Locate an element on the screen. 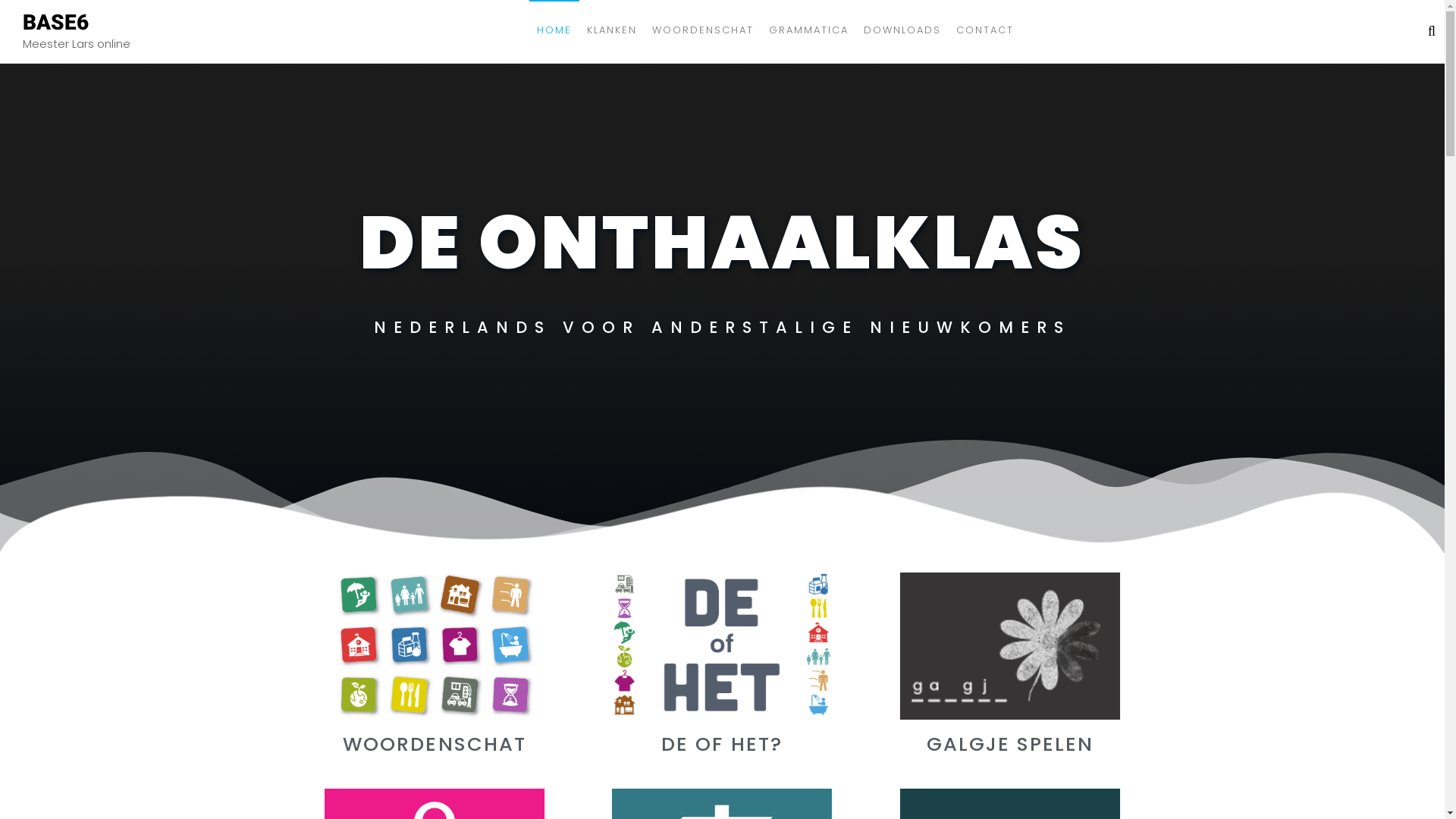 Image resolution: width=1456 pixels, height=819 pixels. 'WOORDENSCHAT' is located at coordinates (701, 30).